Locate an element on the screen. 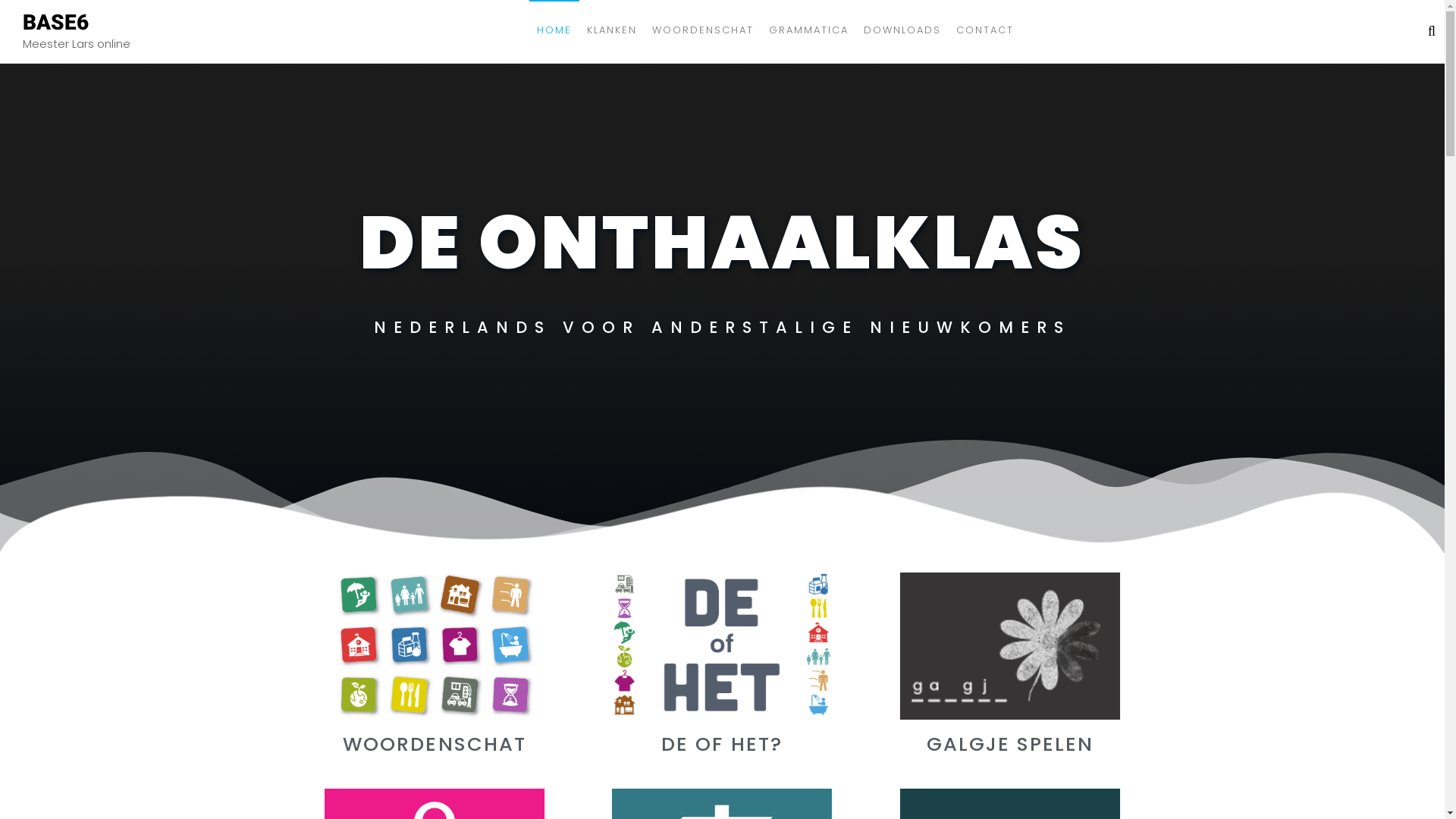 Image resolution: width=1456 pixels, height=819 pixels. 'WOORDENSCHAT' is located at coordinates (701, 30).